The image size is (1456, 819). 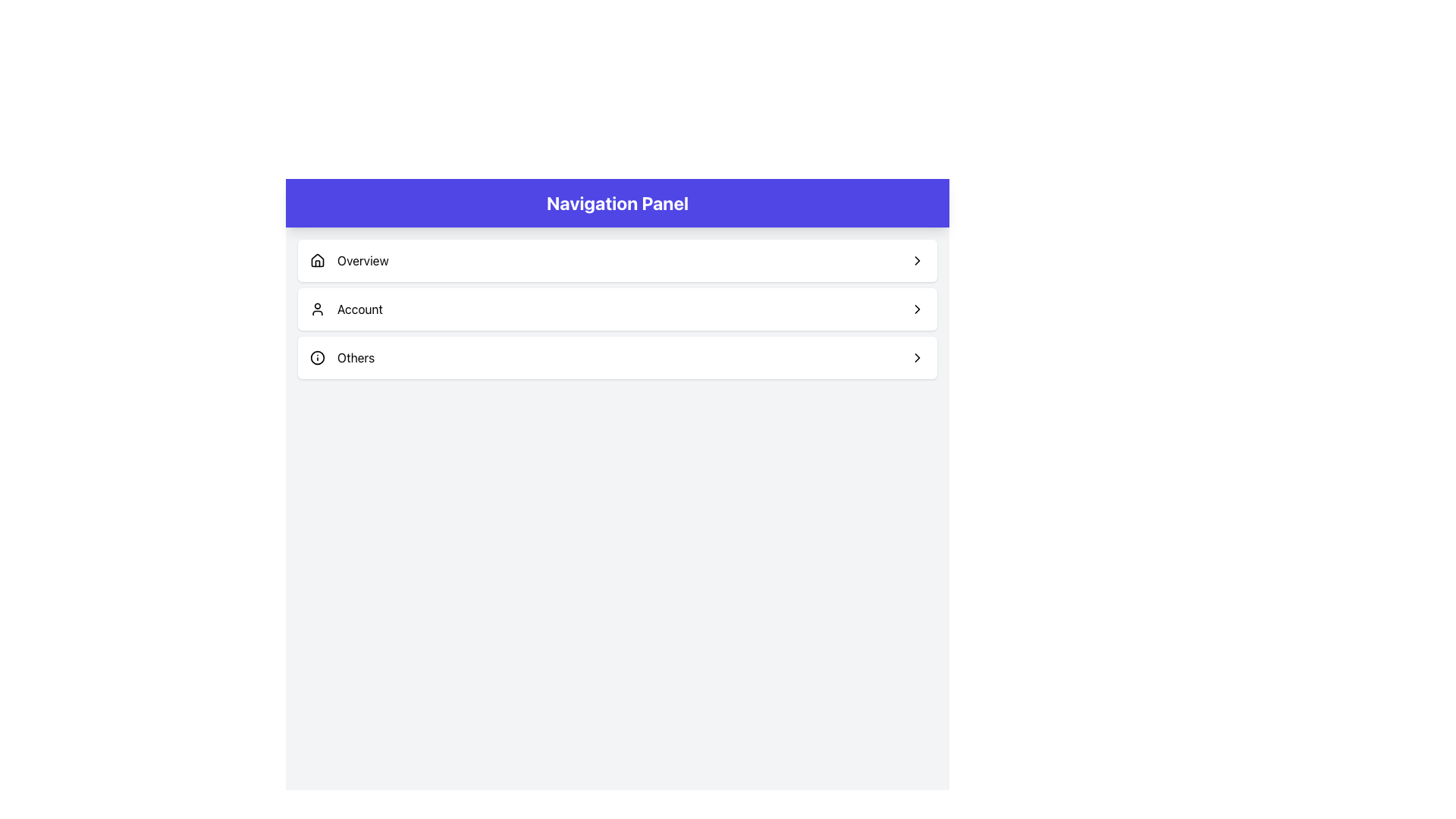 What do you see at coordinates (916, 309) in the screenshot?
I see `the 'Account' icon, which indicates additional details or actions available for the account item, located to the far-right of the text label` at bounding box center [916, 309].